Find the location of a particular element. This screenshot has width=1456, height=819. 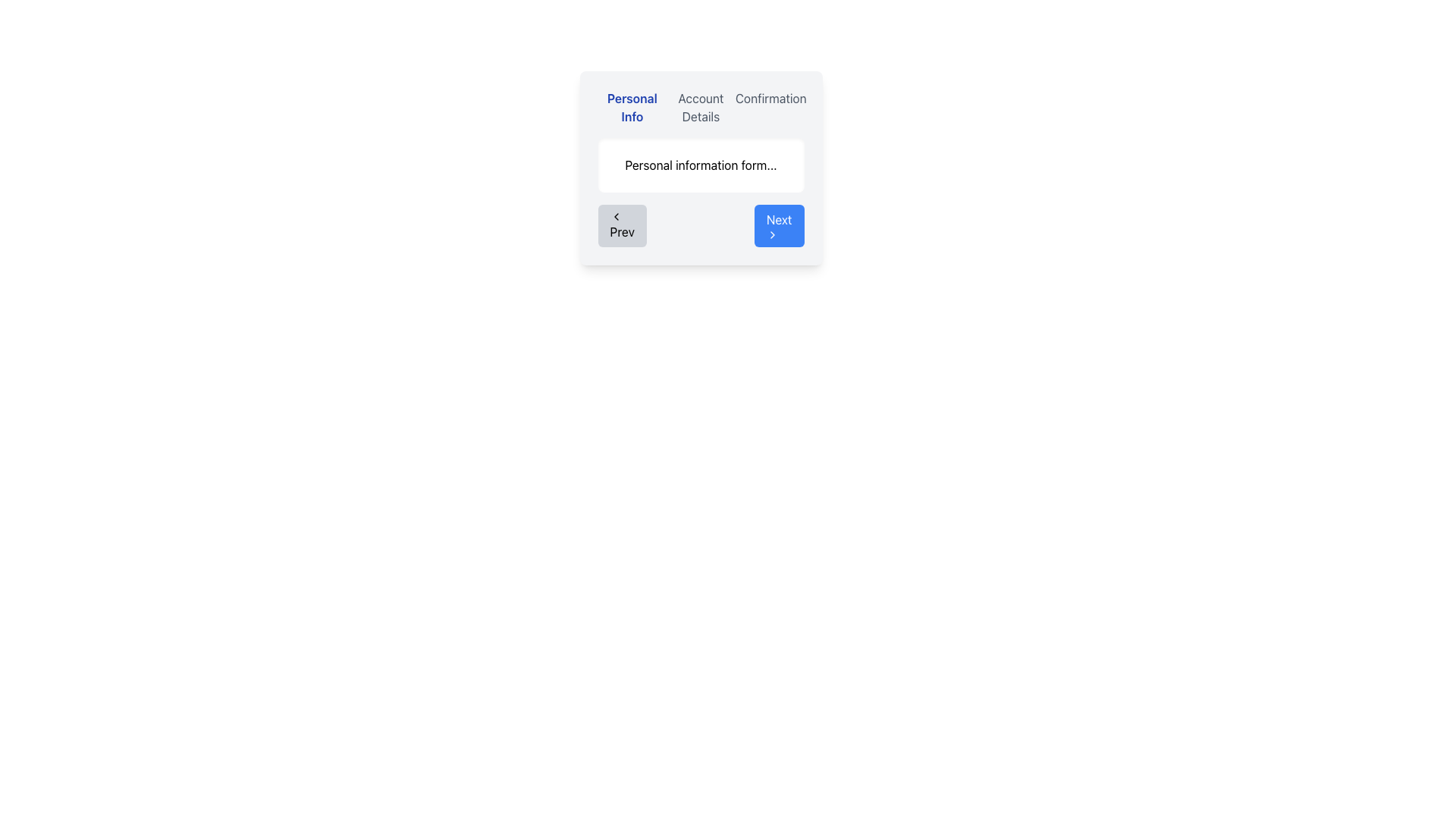

the forward navigation icon located within the 'Next' button, positioned to the right of the 'Next' label is located at coordinates (772, 234).